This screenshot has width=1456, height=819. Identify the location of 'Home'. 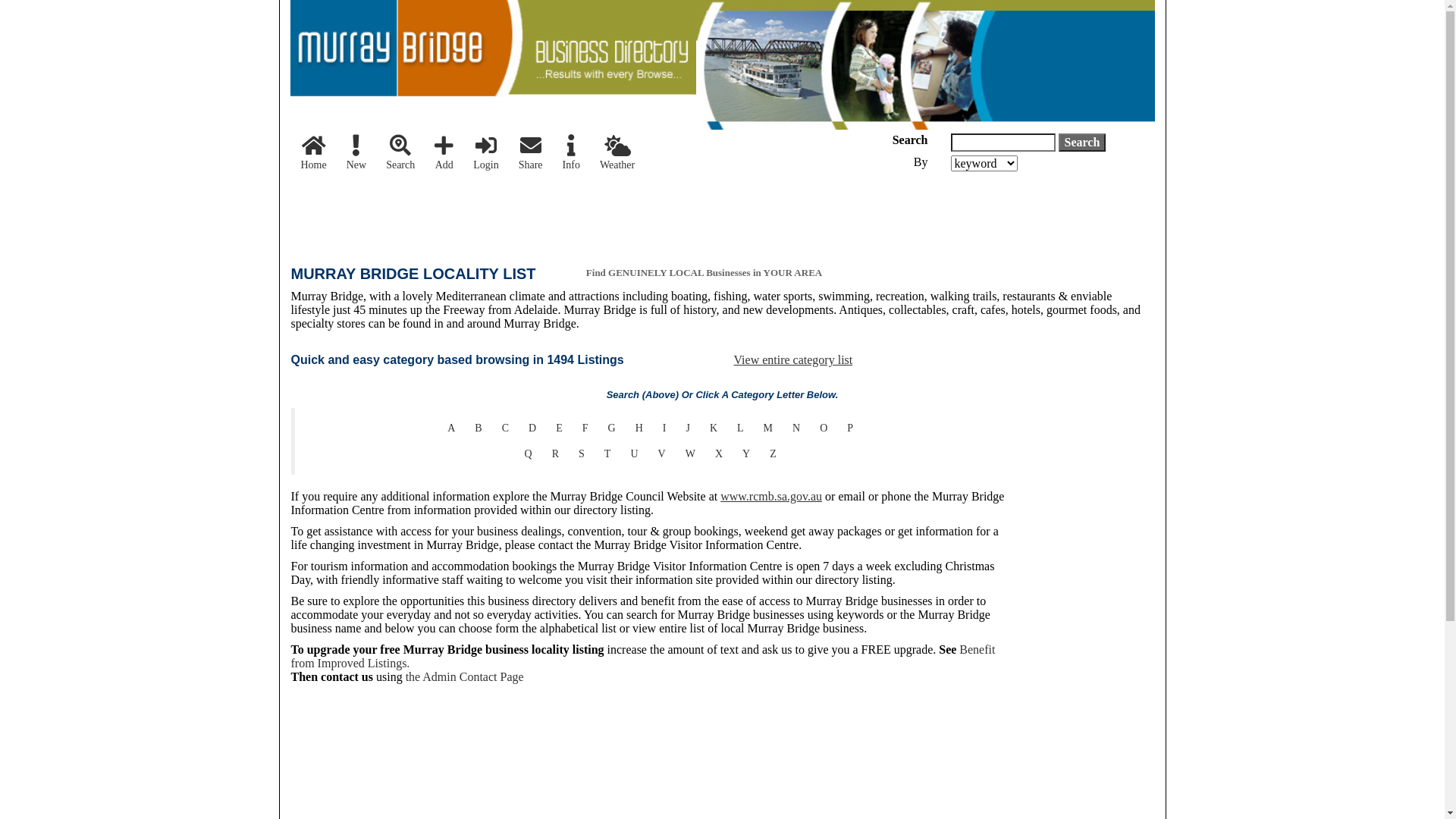
(312, 154).